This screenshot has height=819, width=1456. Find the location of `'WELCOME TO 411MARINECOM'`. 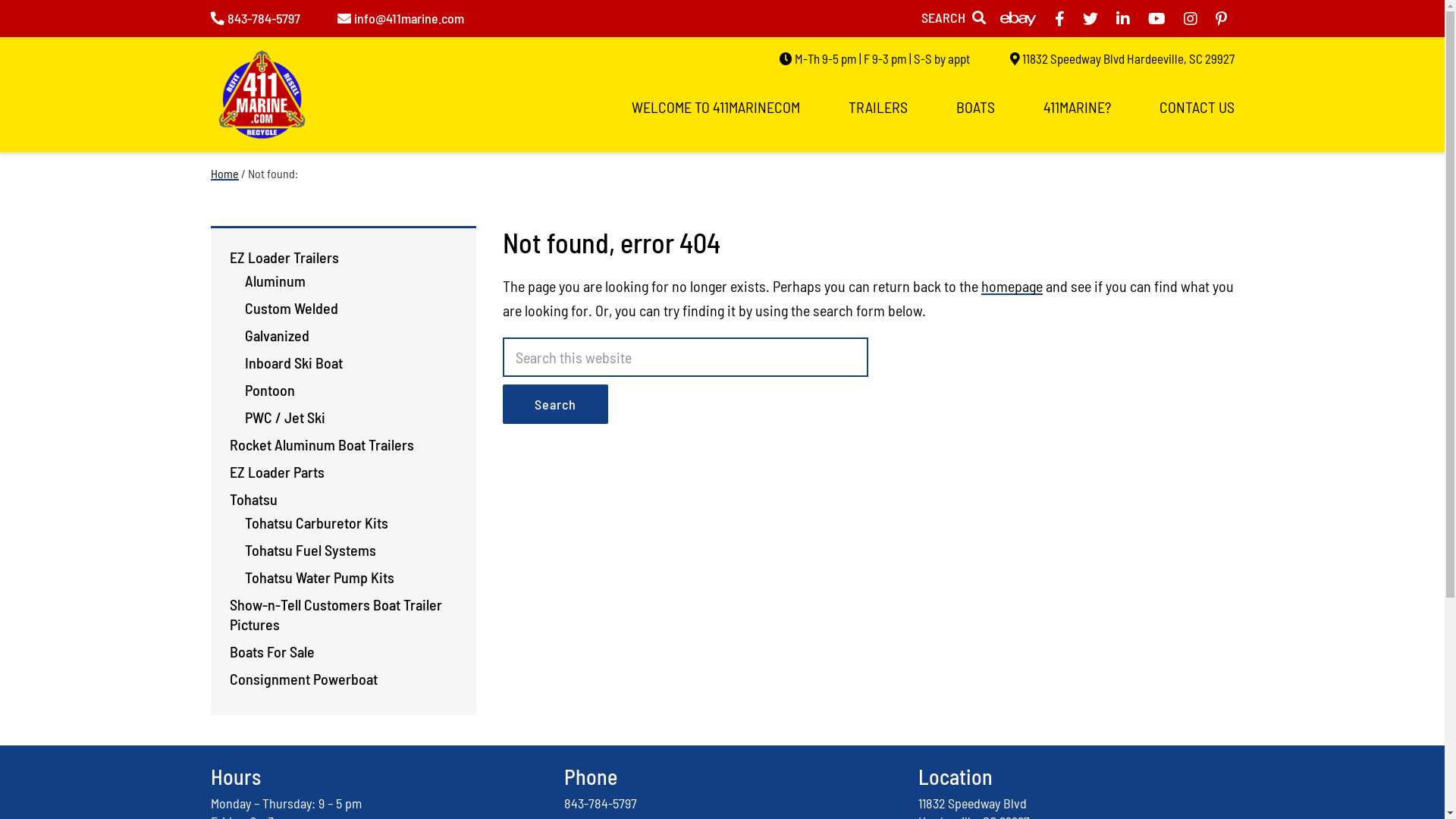

'WELCOME TO 411MARINECOM' is located at coordinates (714, 106).